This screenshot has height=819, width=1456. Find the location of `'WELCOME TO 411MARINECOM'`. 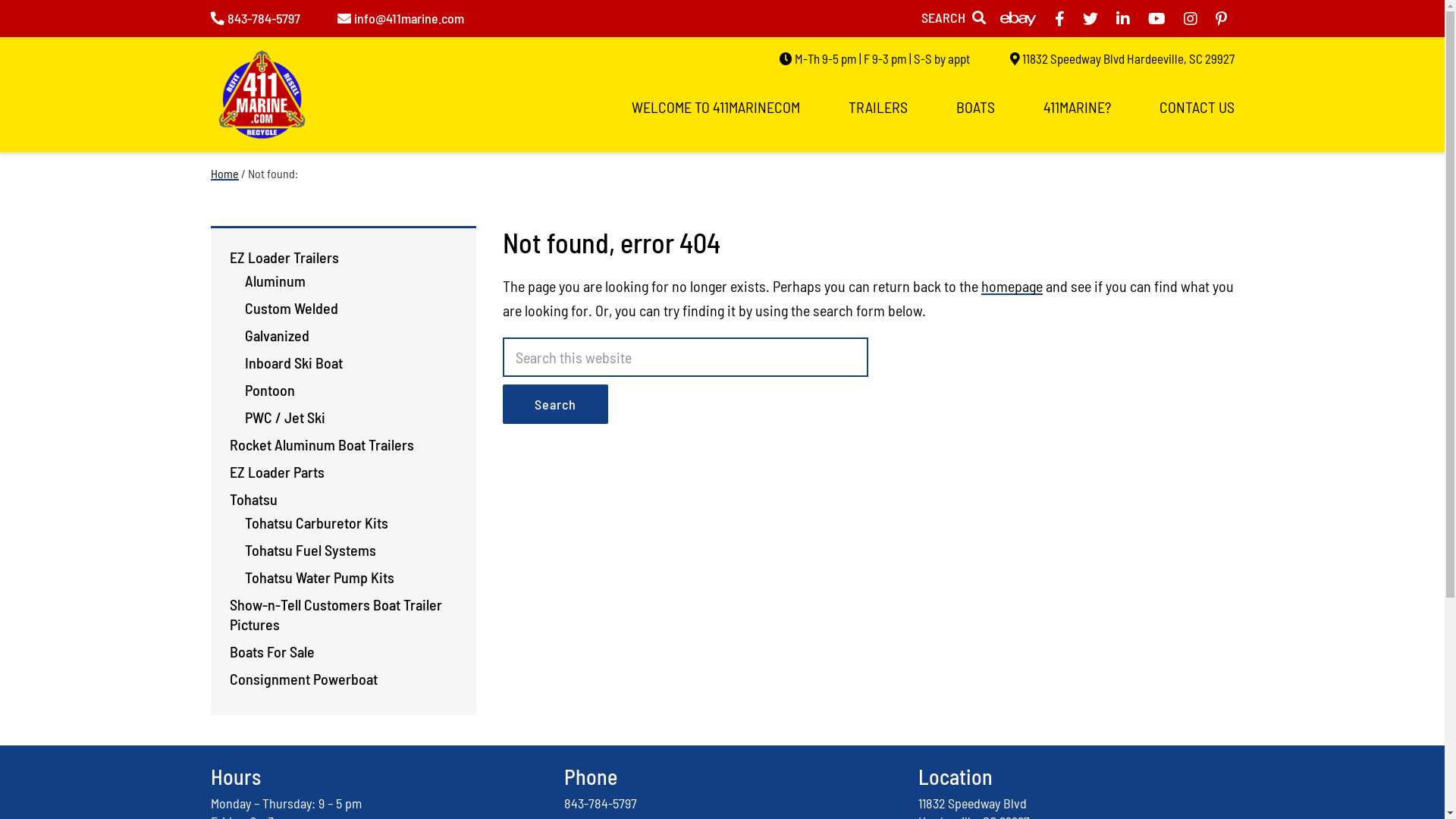

'WELCOME TO 411MARINECOM' is located at coordinates (714, 106).